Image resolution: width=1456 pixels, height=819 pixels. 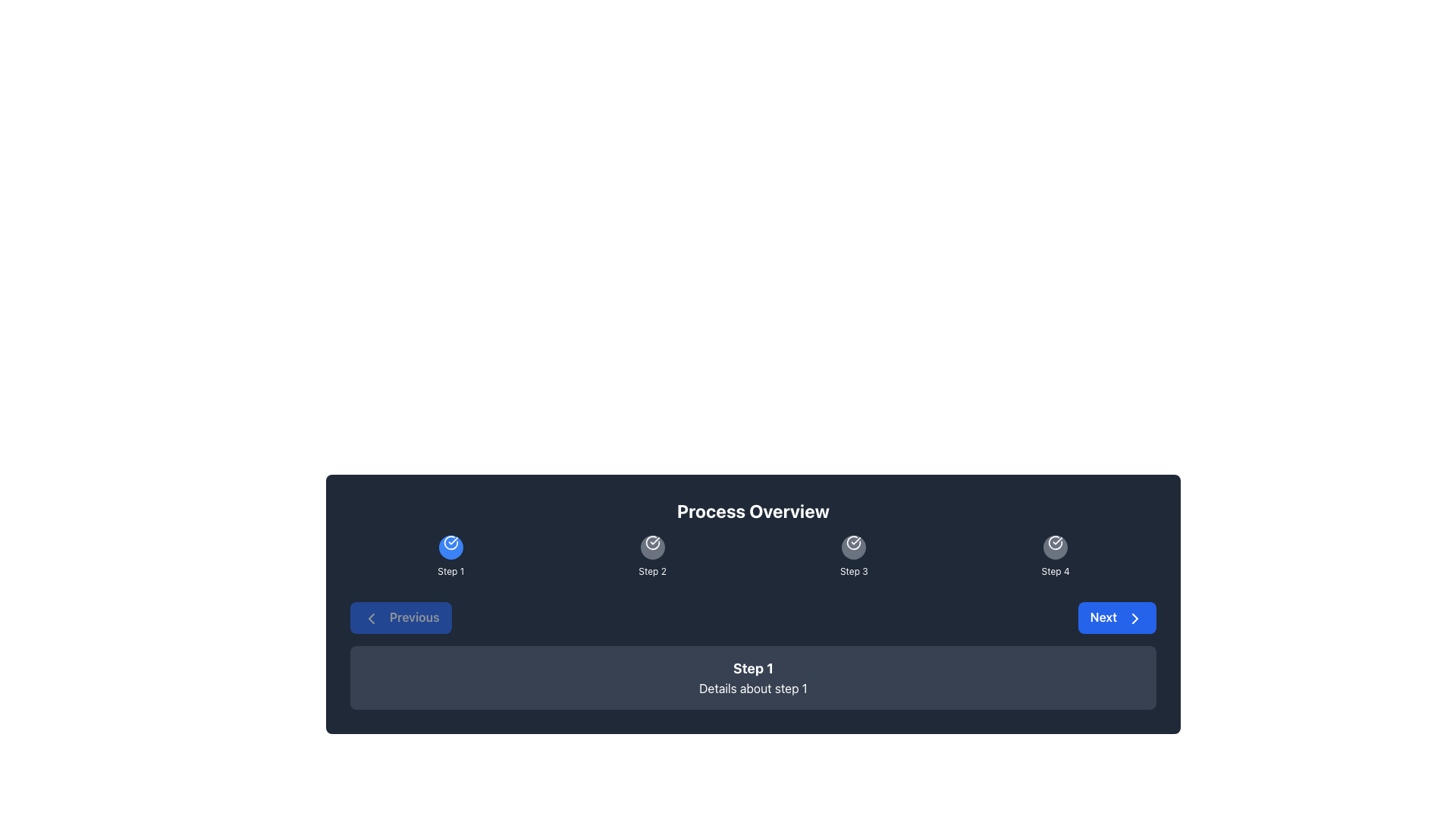 I want to click on the chevron icon styled as an arrow pointing right, which is located within the blue 'Next' button at the bottom-right corner of the interface, so click(x=1135, y=617).